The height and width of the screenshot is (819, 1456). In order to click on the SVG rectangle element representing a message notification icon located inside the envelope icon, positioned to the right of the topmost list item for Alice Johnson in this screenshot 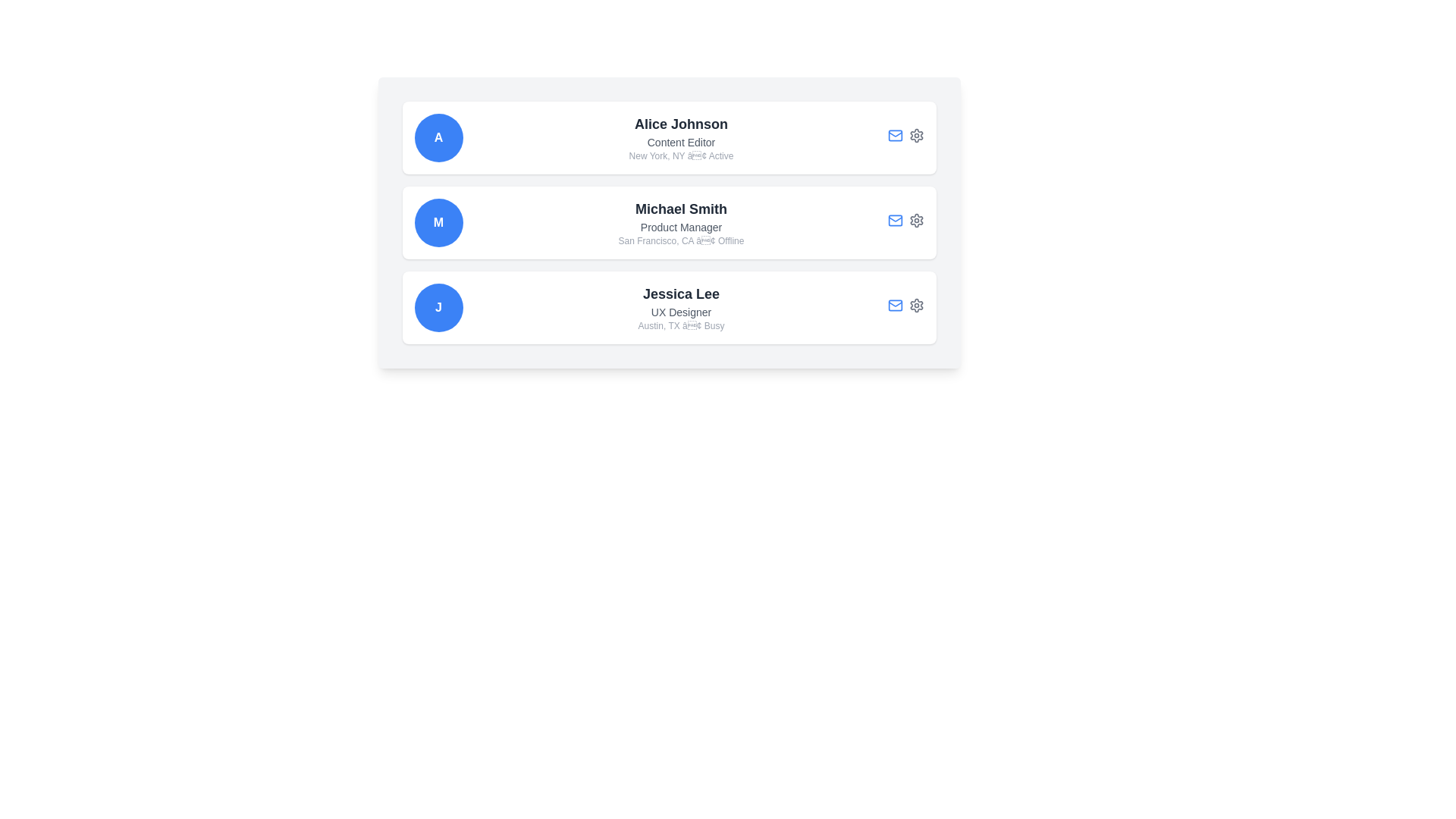, I will do `click(895, 134)`.